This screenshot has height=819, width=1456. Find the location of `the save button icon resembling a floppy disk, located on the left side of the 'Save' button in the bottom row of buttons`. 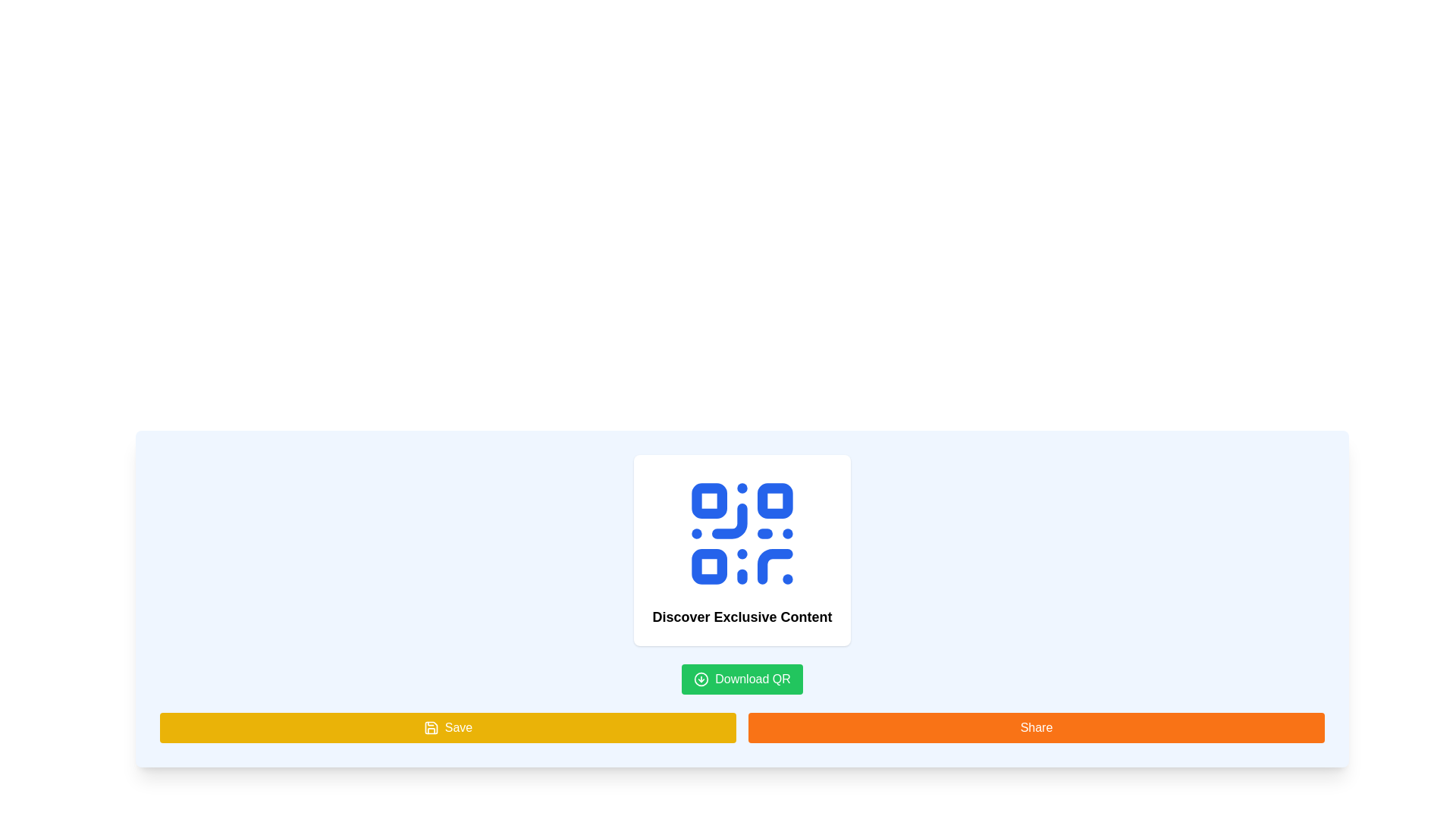

the save button icon resembling a floppy disk, located on the left side of the 'Save' button in the bottom row of buttons is located at coordinates (430, 727).